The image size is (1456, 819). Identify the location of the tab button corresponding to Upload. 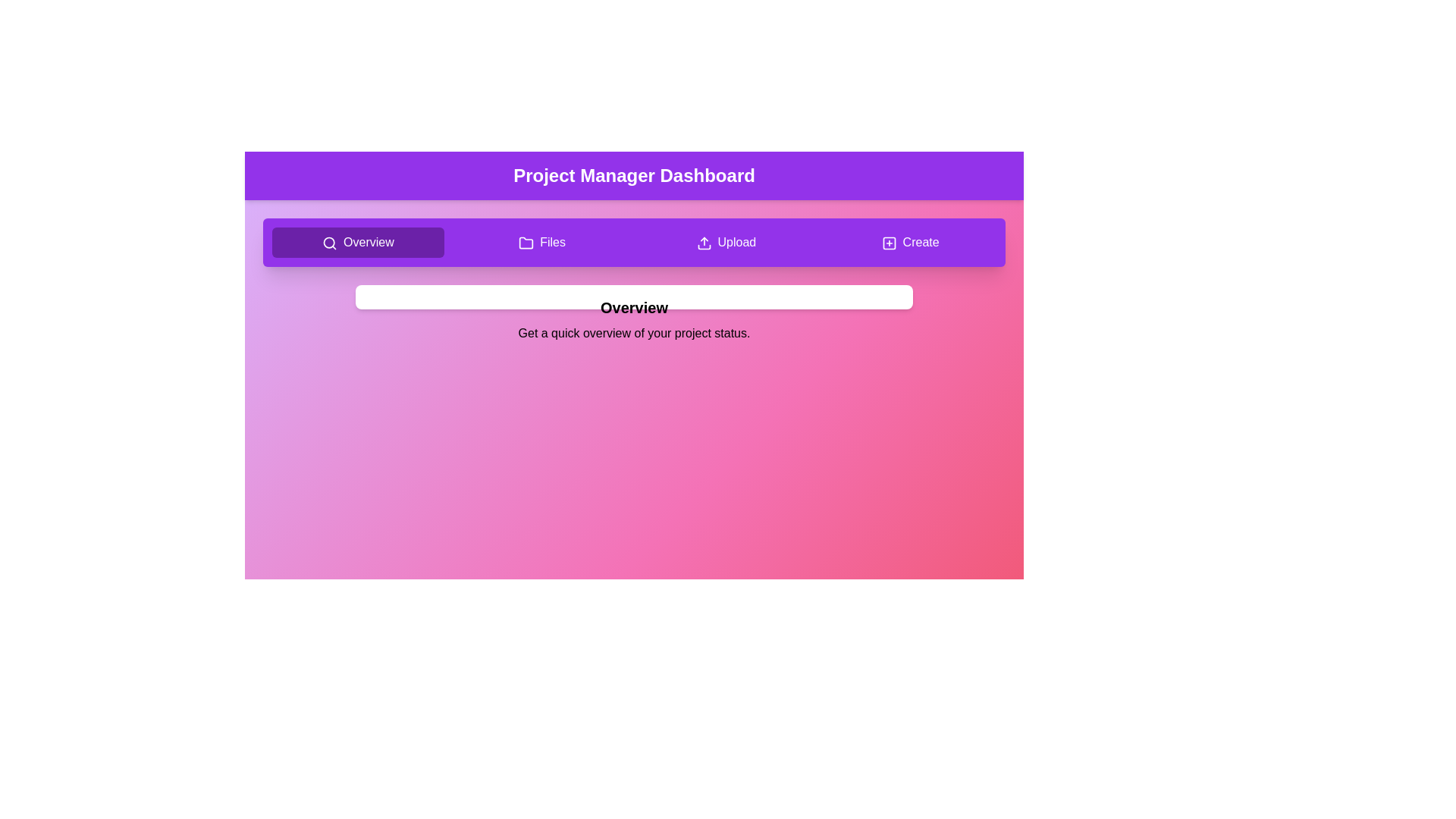
(725, 242).